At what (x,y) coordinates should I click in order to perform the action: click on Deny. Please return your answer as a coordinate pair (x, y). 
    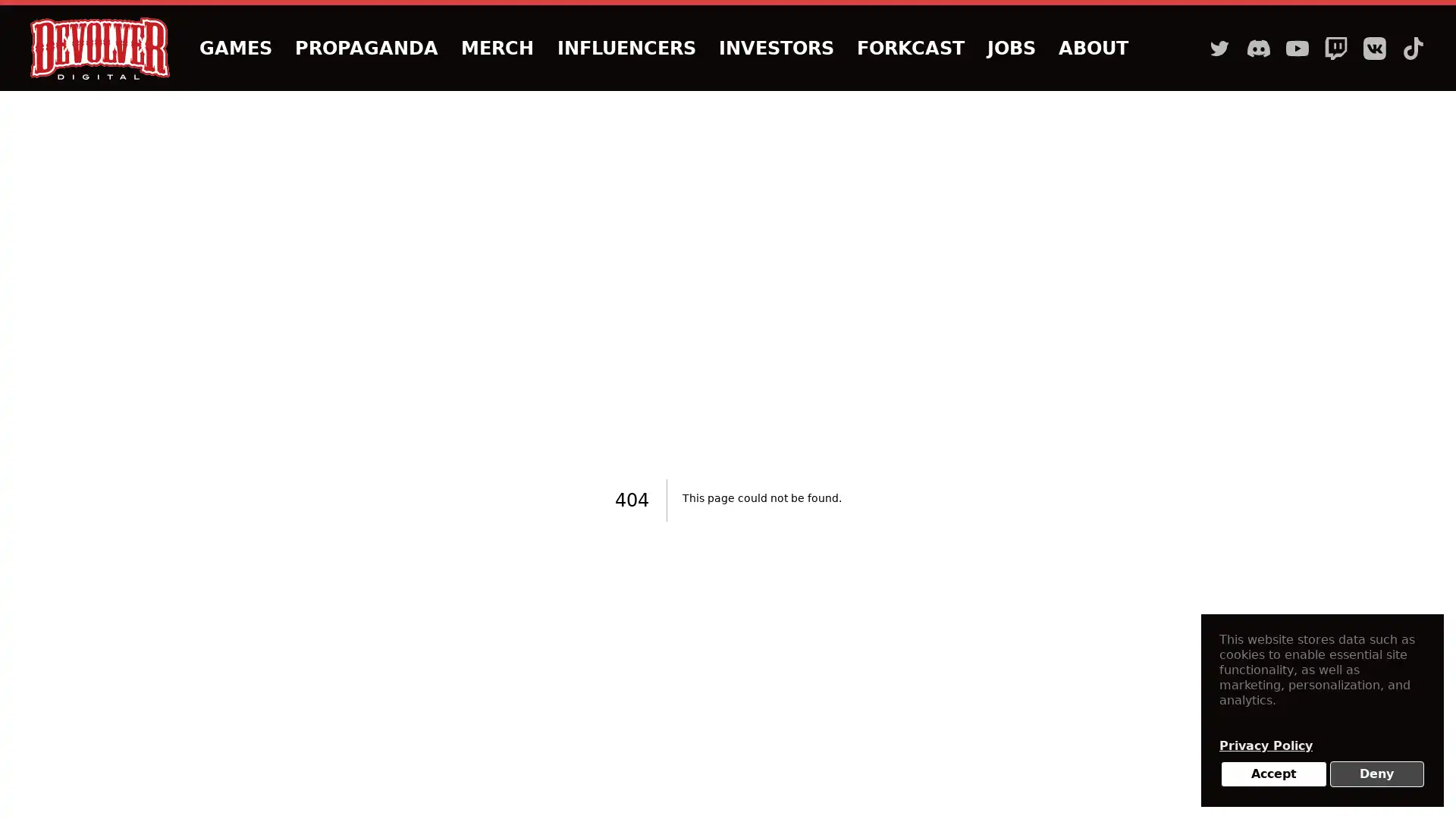
    Looking at the image, I should click on (1376, 774).